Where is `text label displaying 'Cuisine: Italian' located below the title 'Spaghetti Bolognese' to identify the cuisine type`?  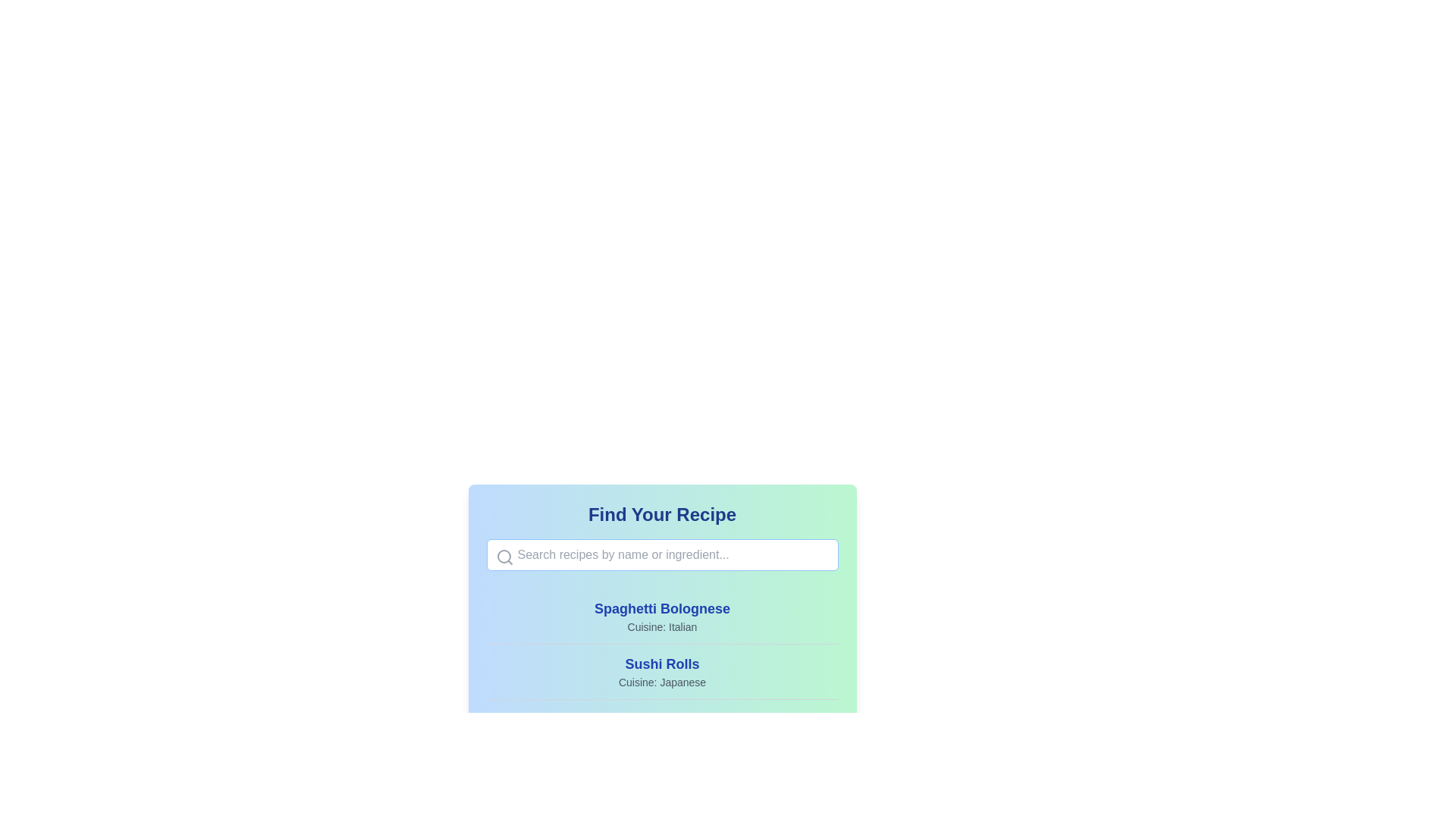
text label displaying 'Cuisine: Italian' located below the title 'Spaghetti Bolognese' to identify the cuisine type is located at coordinates (662, 626).